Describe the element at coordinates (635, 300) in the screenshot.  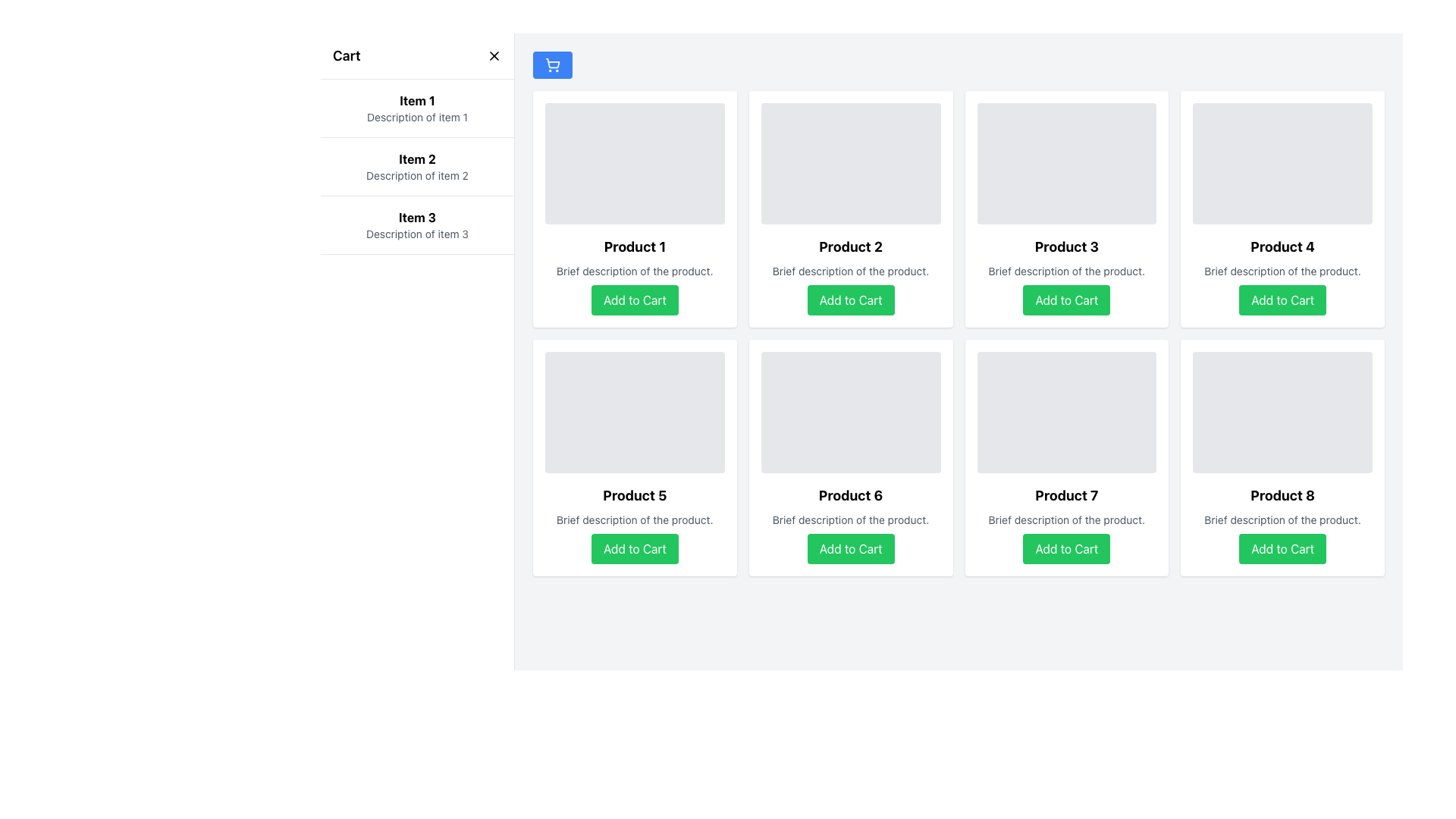
I see `the 'Add to Cart' button for 'Product 1' located at the bottom of the product card in the top left of the grid` at that location.